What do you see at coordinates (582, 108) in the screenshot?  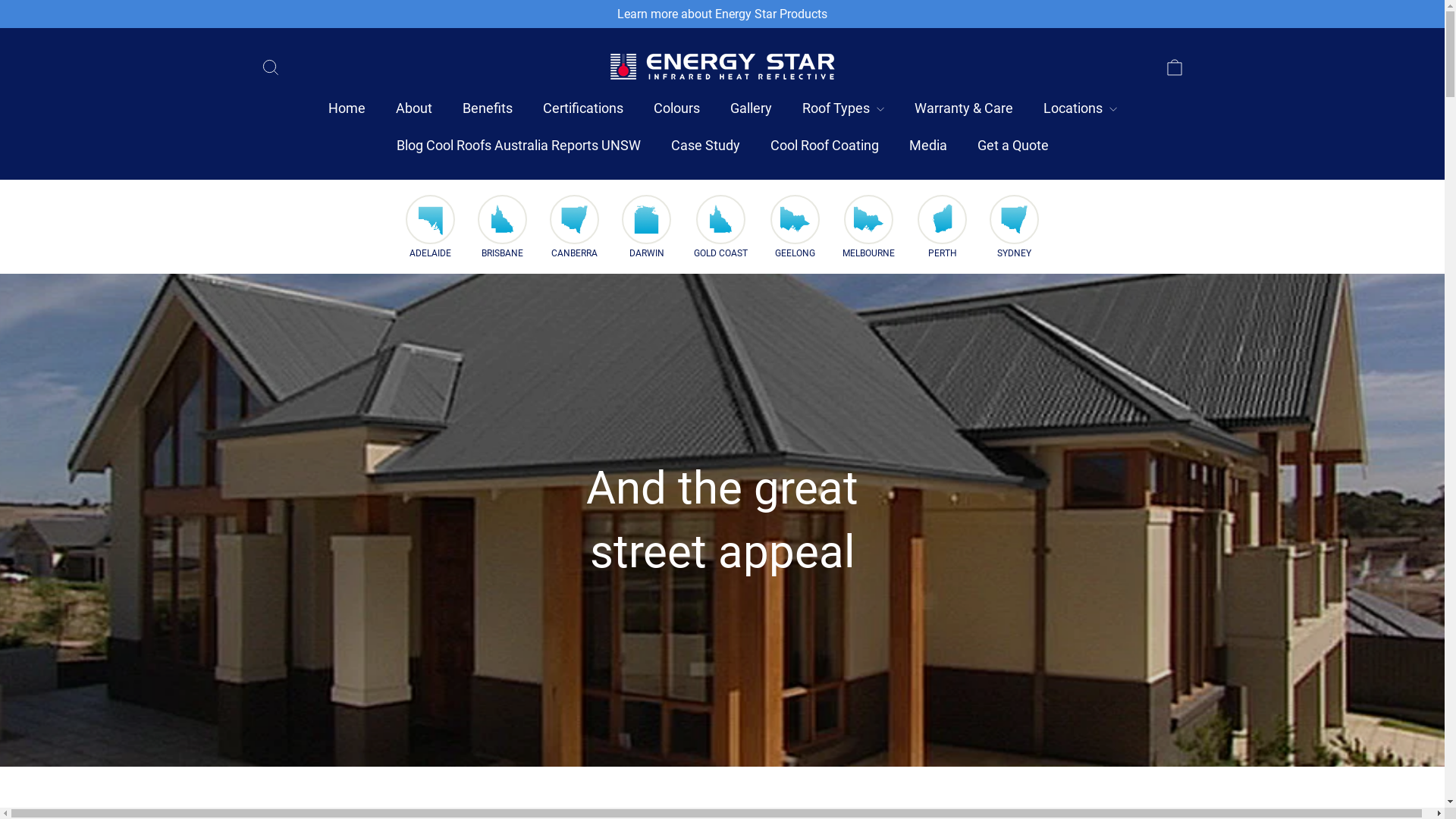 I see `'Certifications'` at bounding box center [582, 108].